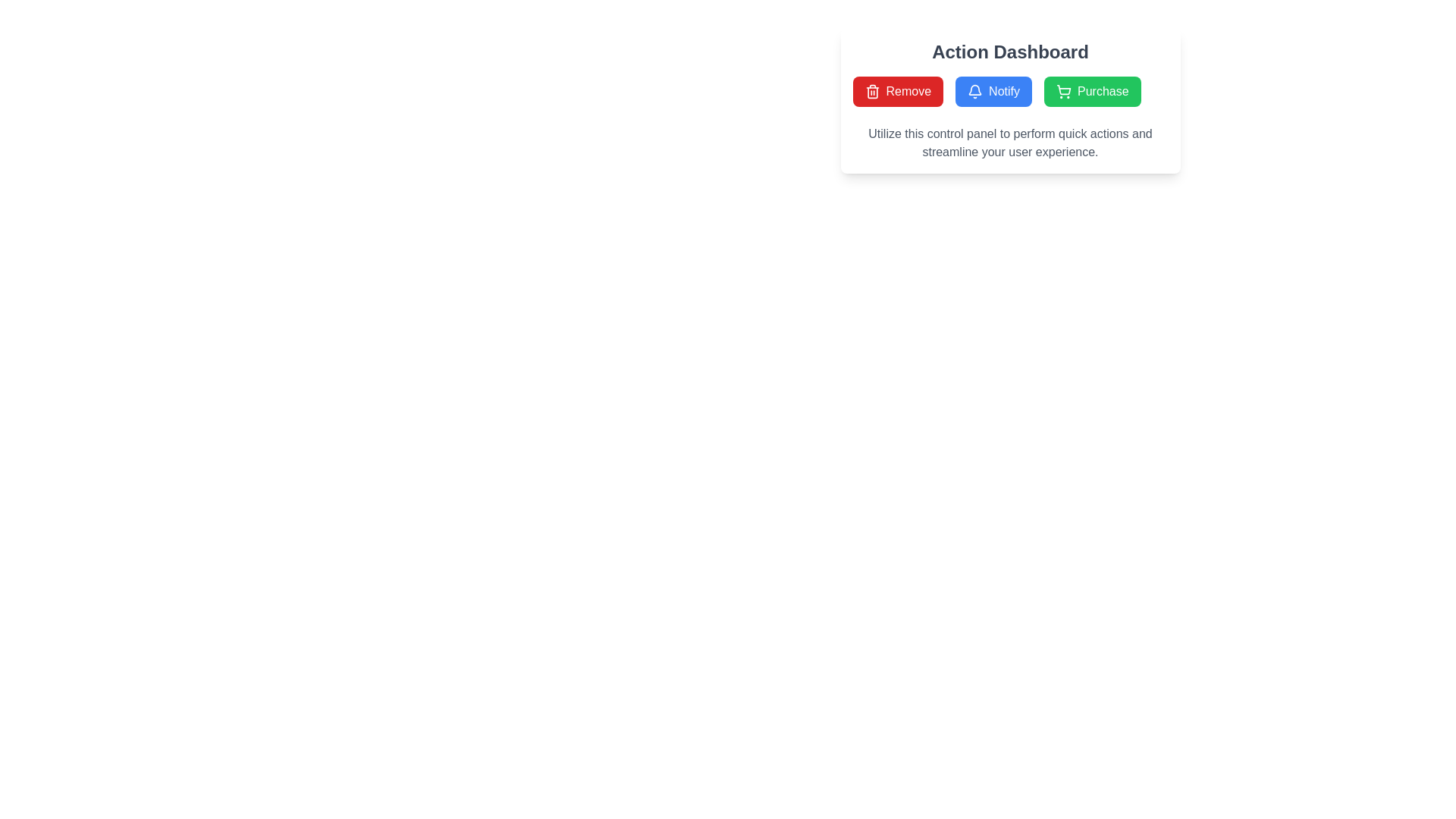  Describe the element at coordinates (1062, 91) in the screenshot. I see `the shopping cart icon within the green 'Purchase' button located in the top-right section of the interface` at that location.